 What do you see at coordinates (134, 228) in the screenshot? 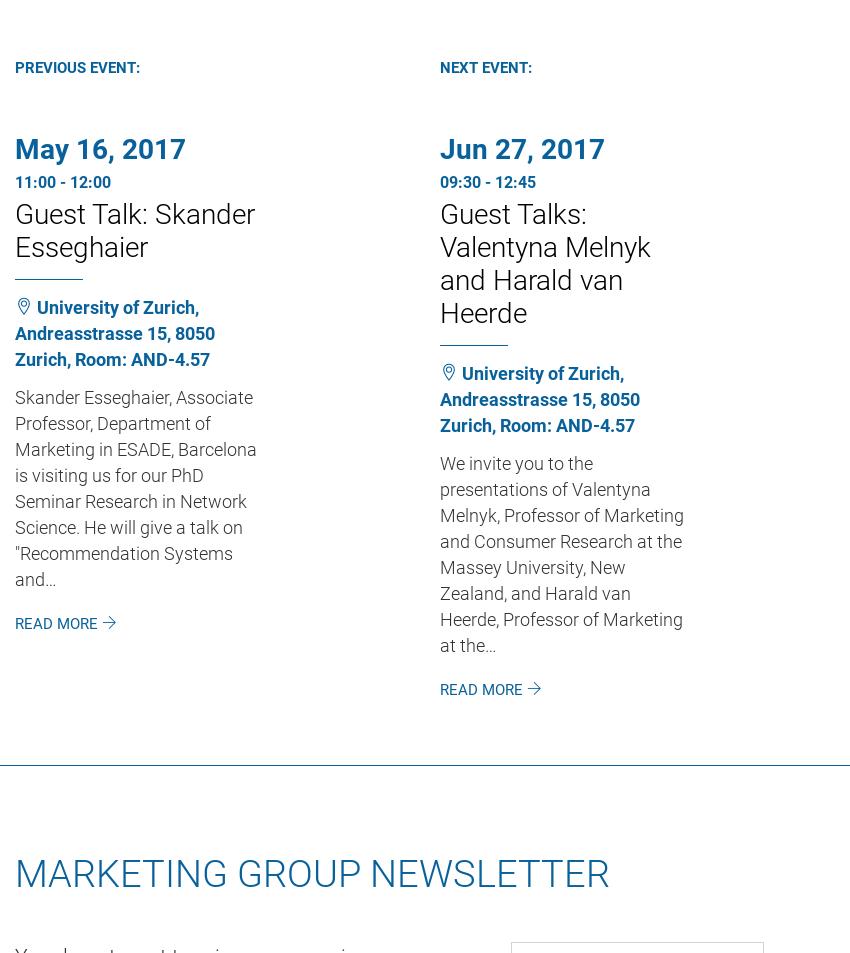
I see `'Guest Talk: Skander Esseghaier'` at bounding box center [134, 228].